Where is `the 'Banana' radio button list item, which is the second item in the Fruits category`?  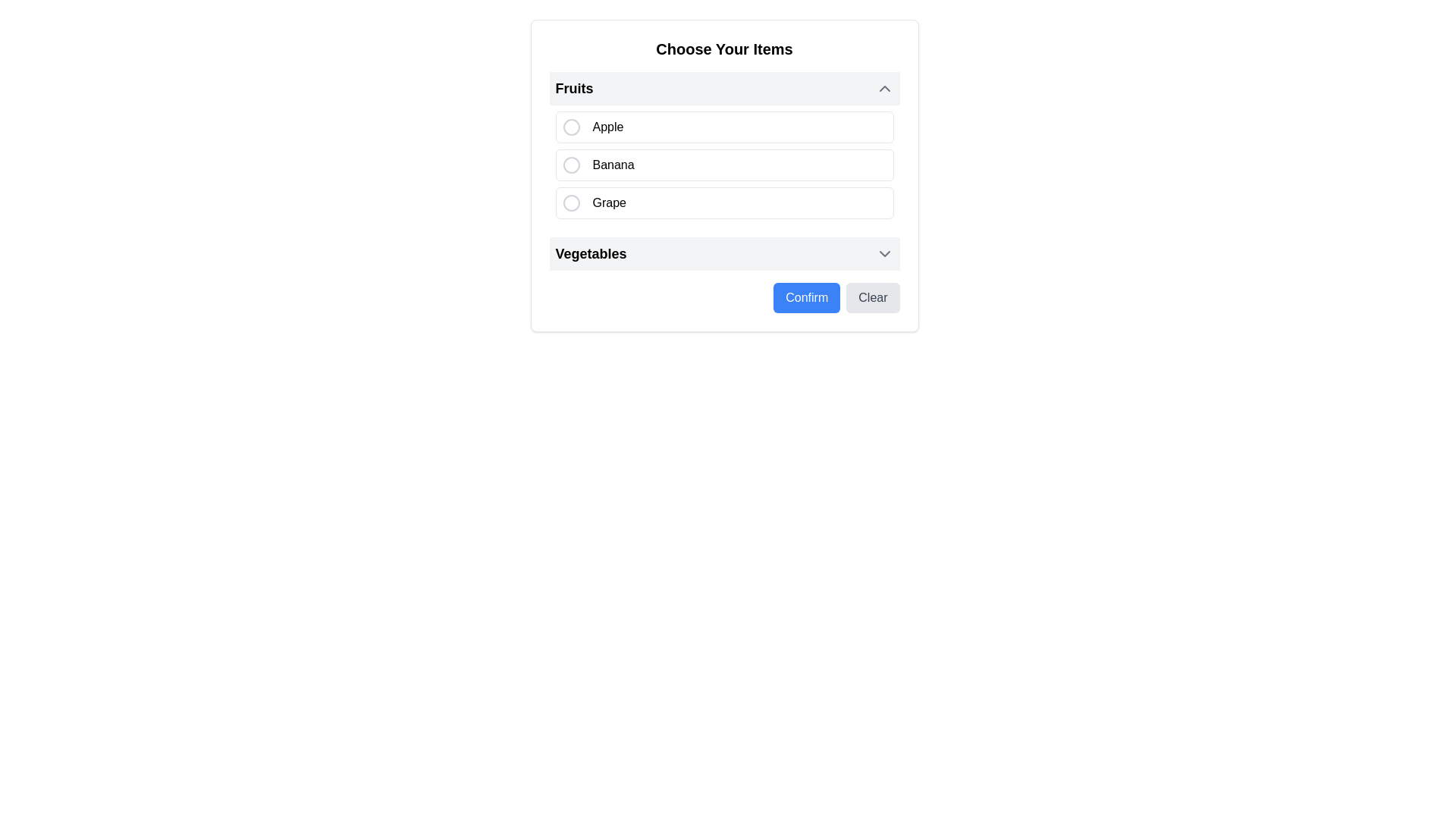 the 'Banana' radio button list item, which is the second item in the Fruits category is located at coordinates (723, 165).